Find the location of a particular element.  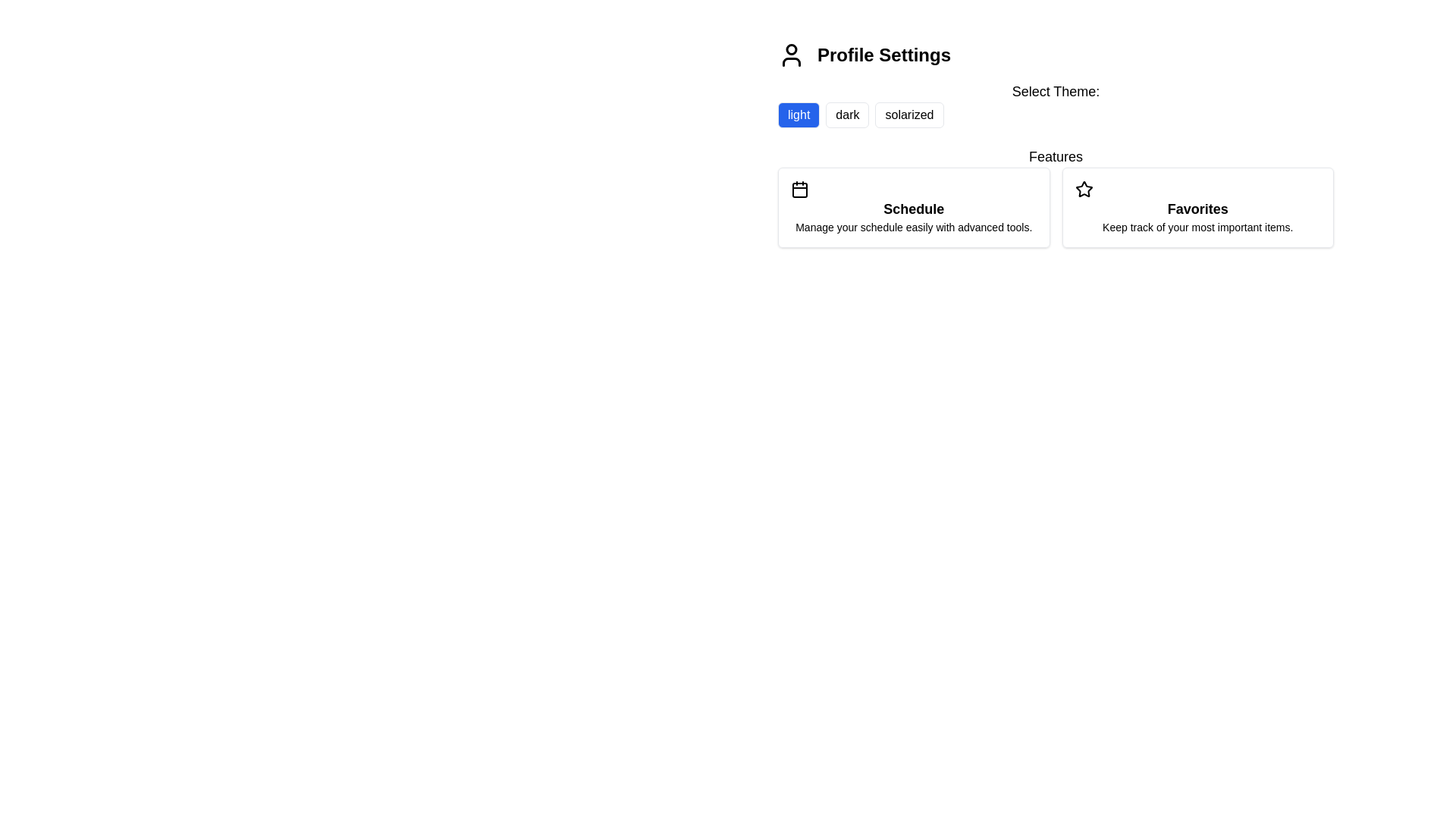

the static label that displays the text 'Select Theme:', which is positioned at the top of the page above the selectable theme buttons is located at coordinates (1055, 91).